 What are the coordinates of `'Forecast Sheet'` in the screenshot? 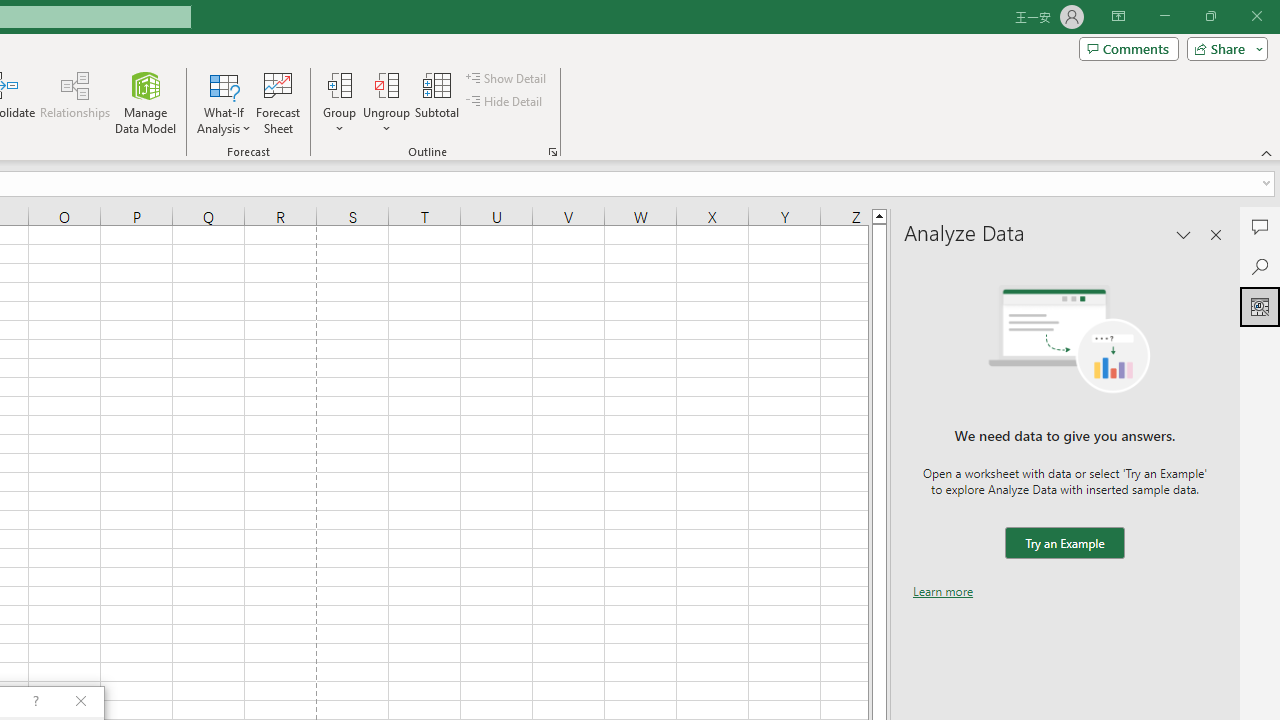 It's located at (277, 103).